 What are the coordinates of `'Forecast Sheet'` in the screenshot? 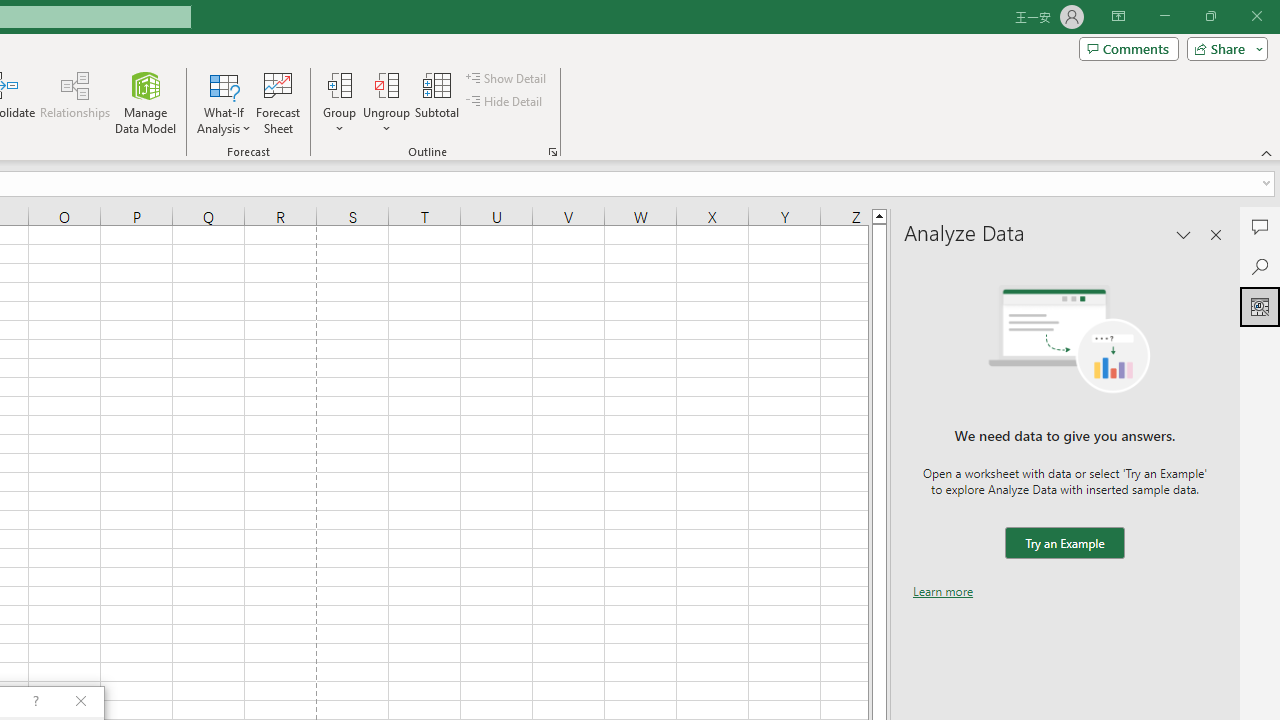 It's located at (277, 103).